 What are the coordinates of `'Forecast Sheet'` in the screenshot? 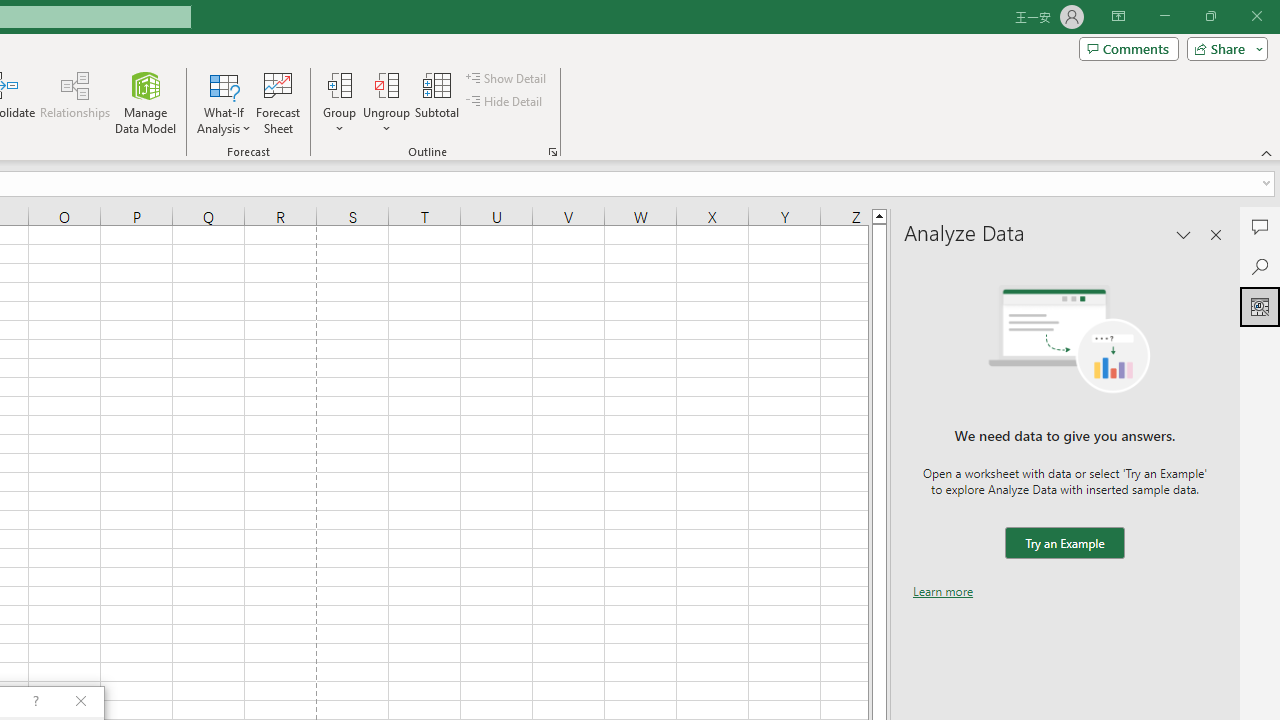 It's located at (277, 103).